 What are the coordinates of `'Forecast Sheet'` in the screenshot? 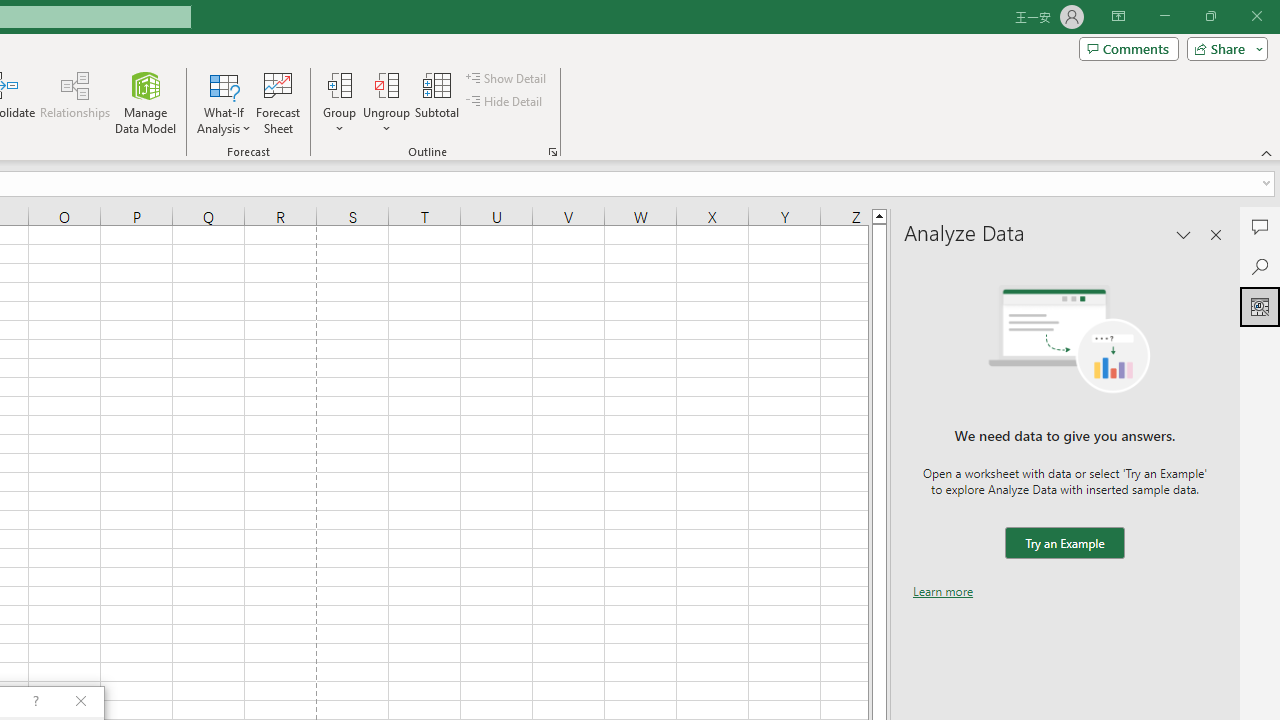 It's located at (277, 103).